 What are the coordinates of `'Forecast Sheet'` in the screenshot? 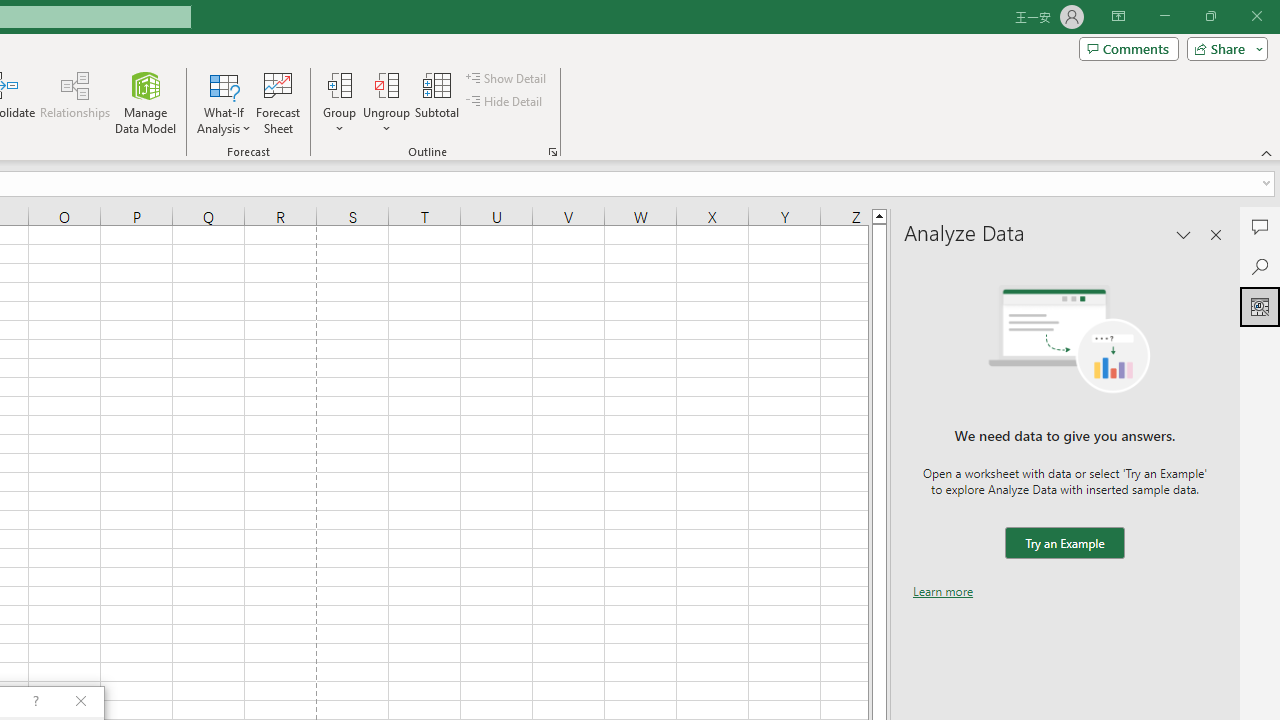 It's located at (277, 103).